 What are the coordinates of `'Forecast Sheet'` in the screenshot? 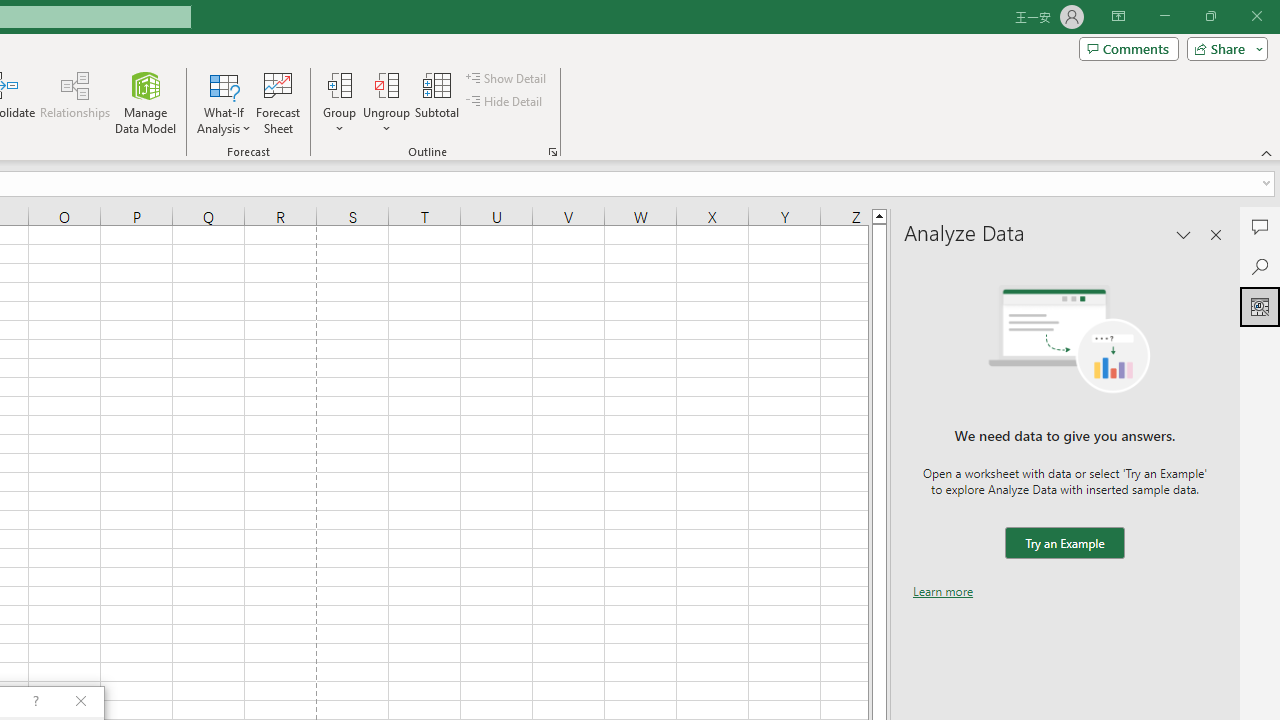 It's located at (277, 103).